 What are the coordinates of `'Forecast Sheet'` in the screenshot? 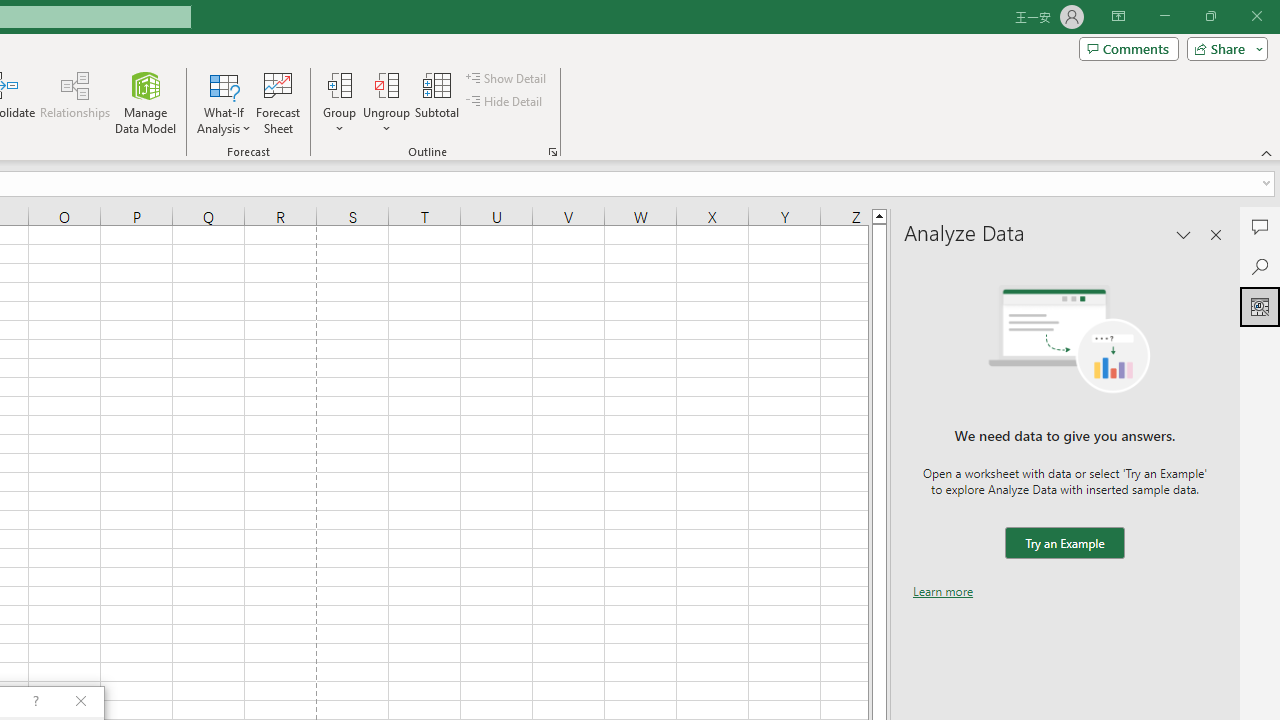 It's located at (277, 103).